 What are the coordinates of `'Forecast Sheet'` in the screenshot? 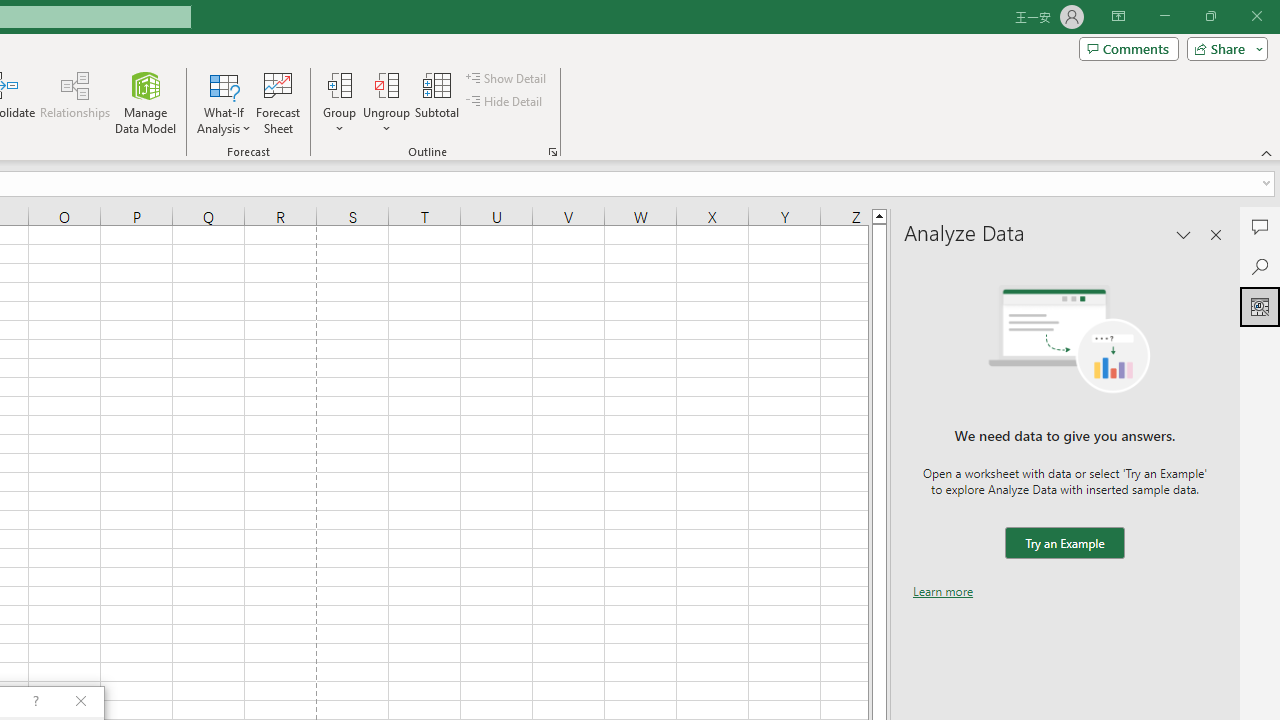 It's located at (277, 103).